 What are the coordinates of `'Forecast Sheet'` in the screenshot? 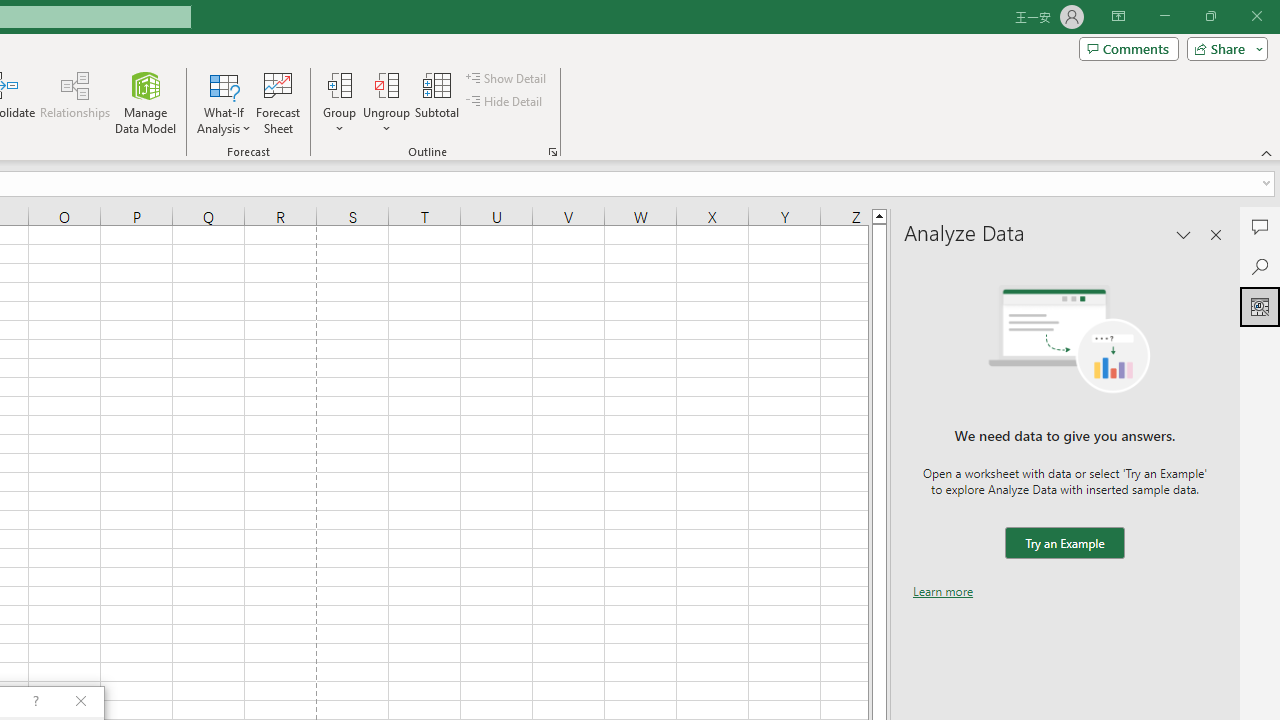 It's located at (277, 103).